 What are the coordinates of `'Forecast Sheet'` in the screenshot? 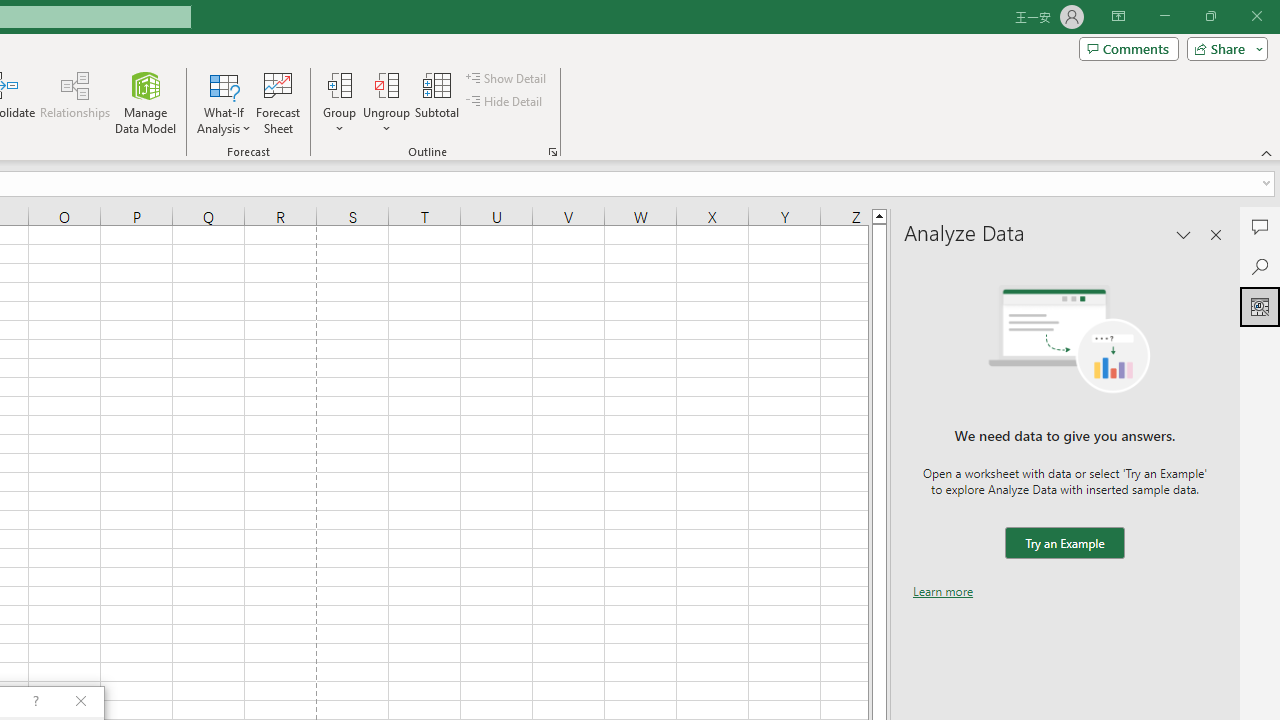 It's located at (277, 103).